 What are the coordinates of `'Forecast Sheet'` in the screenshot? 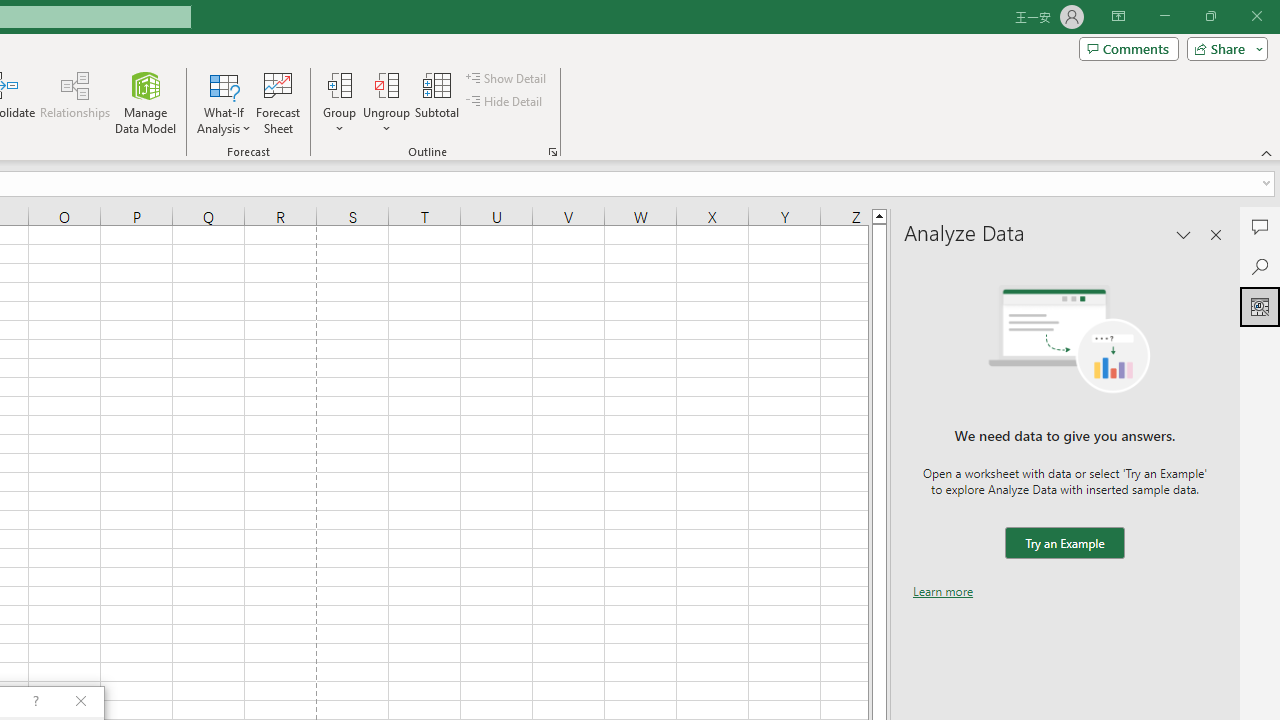 It's located at (277, 103).